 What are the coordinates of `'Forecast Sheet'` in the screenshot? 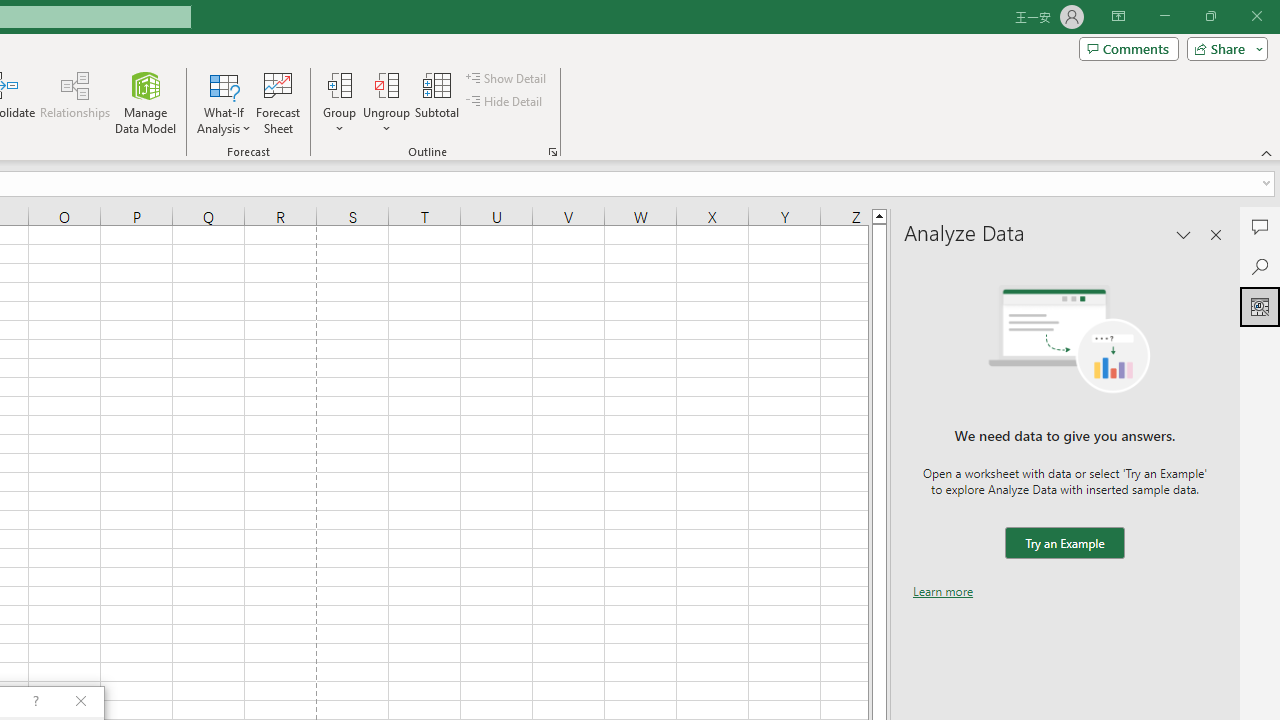 It's located at (277, 103).